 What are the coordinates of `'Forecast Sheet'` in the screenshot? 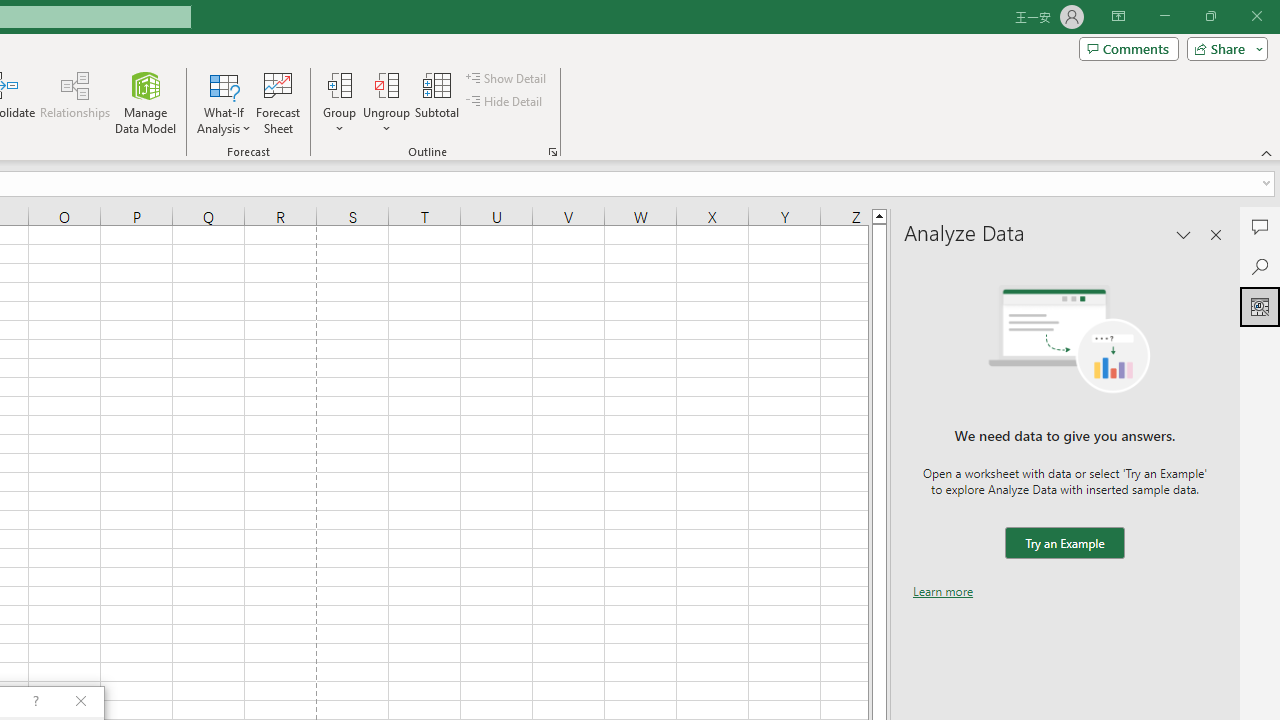 It's located at (277, 103).